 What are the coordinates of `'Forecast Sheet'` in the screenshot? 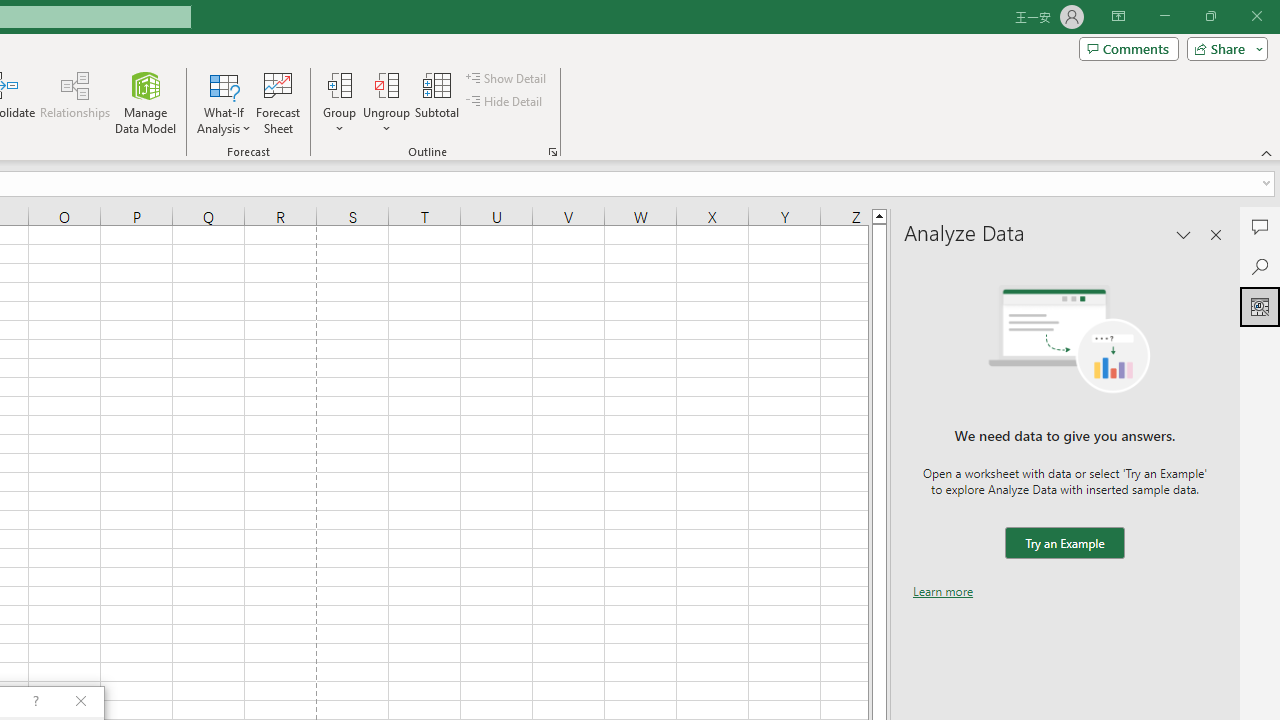 It's located at (277, 103).